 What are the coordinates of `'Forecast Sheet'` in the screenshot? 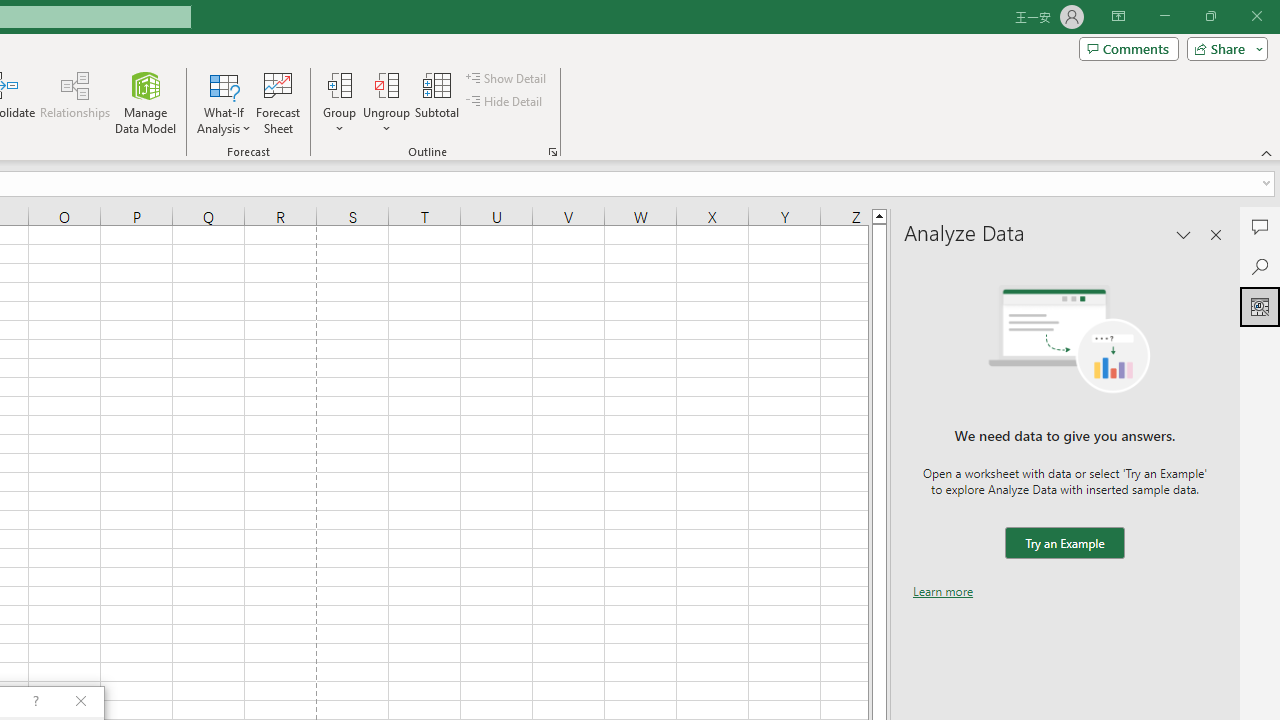 It's located at (277, 103).